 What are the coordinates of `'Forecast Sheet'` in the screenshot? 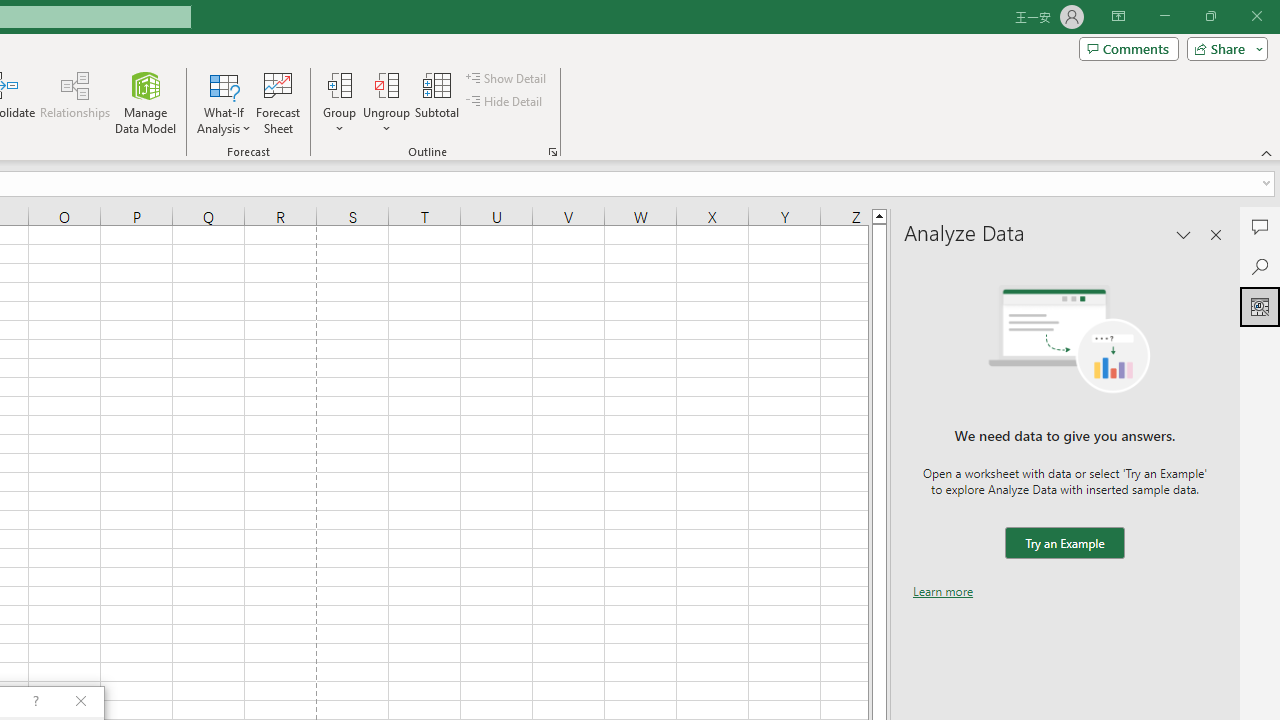 It's located at (277, 103).